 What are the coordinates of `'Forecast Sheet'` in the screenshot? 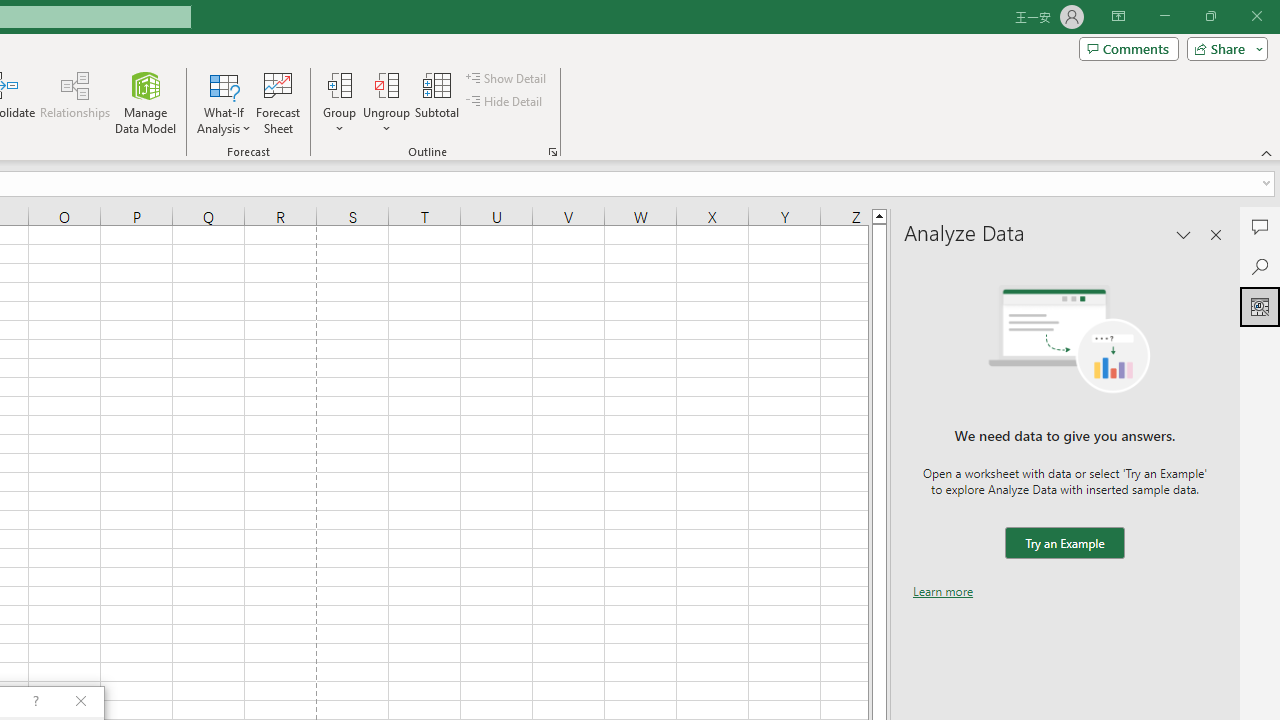 It's located at (277, 103).